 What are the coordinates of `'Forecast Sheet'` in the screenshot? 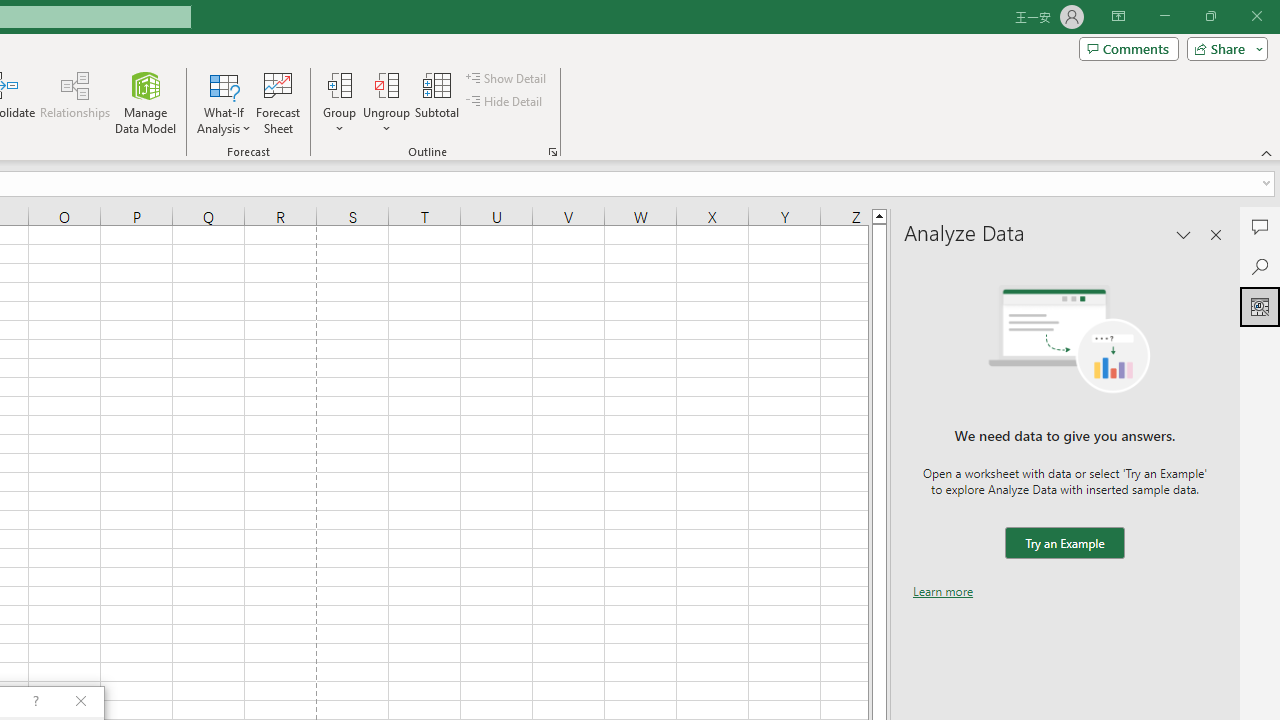 It's located at (277, 103).